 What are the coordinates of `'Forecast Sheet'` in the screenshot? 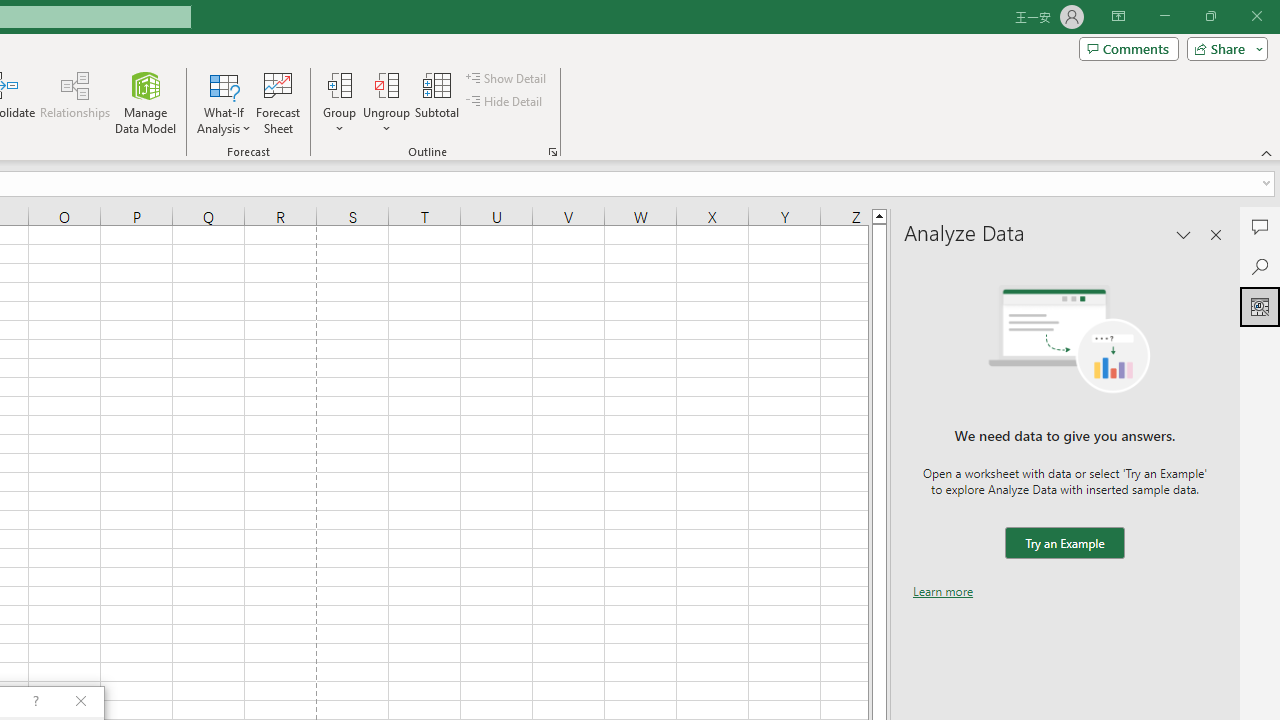 It's located at (277, 103).